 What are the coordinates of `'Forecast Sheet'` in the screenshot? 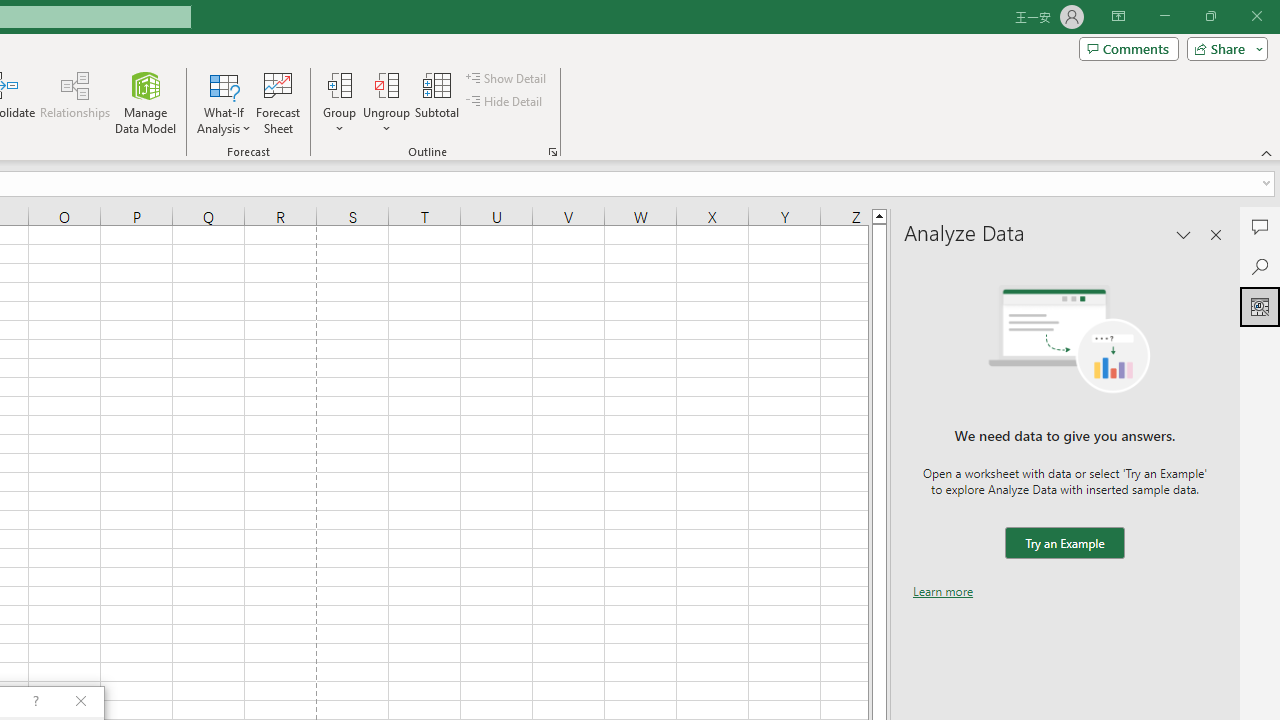 It's located at (277, 103).